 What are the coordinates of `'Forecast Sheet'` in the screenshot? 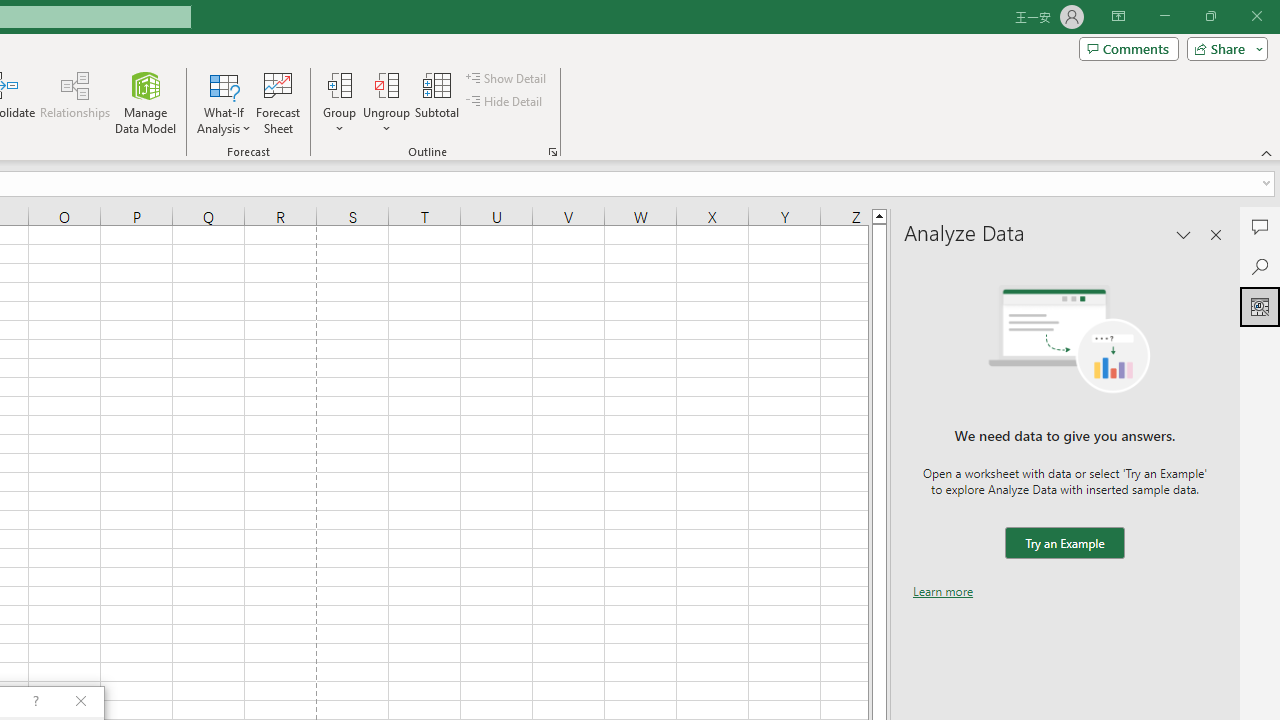 It's located at (277, 103).